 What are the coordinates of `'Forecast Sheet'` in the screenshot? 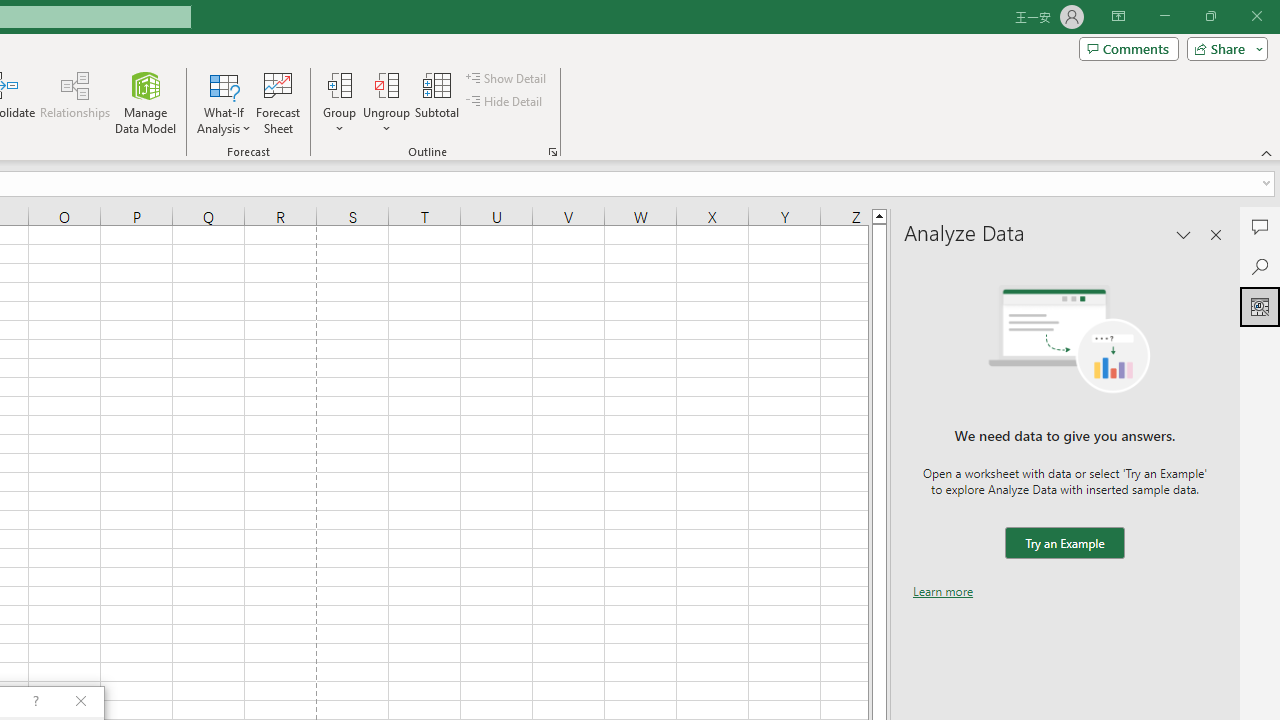 It's located at (277, 103).